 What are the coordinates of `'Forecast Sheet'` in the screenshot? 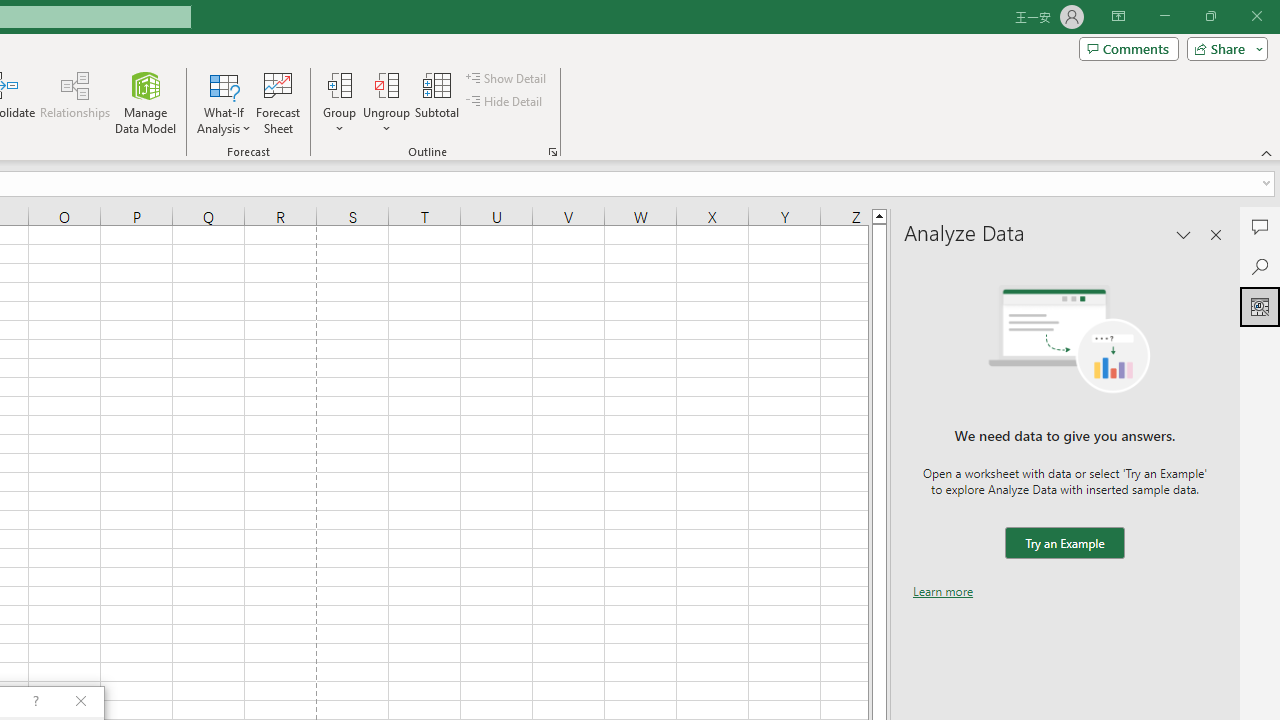 It's located at (277, 103).